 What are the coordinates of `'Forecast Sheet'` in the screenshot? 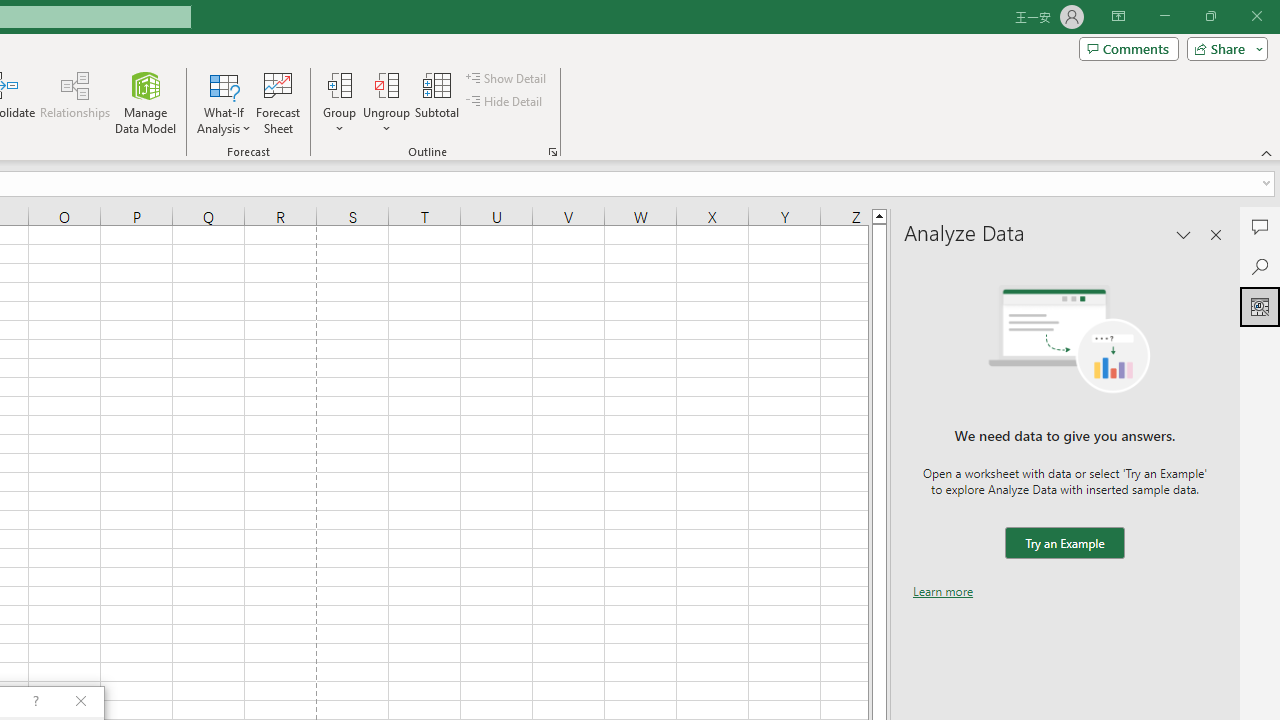 It's located at (277, 103).